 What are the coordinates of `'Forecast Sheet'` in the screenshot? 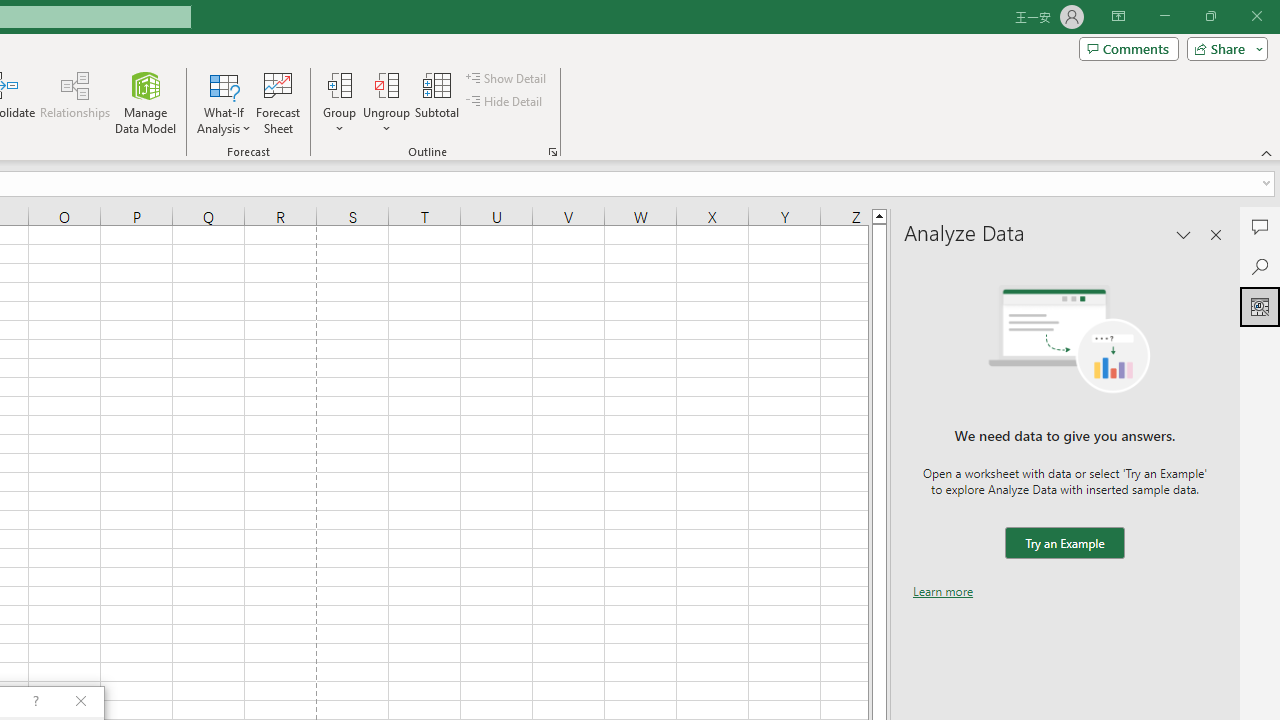 It's located at (277, 103).